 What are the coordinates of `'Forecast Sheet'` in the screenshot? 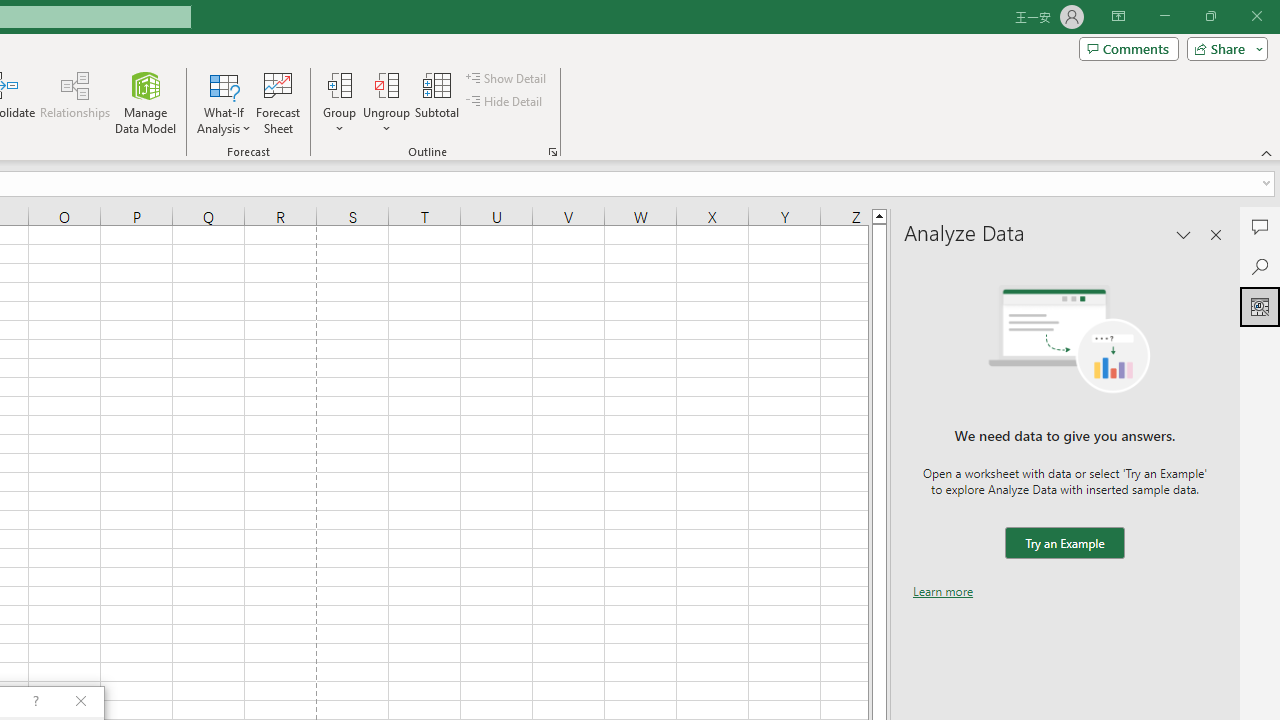 It's located at (277, 103).